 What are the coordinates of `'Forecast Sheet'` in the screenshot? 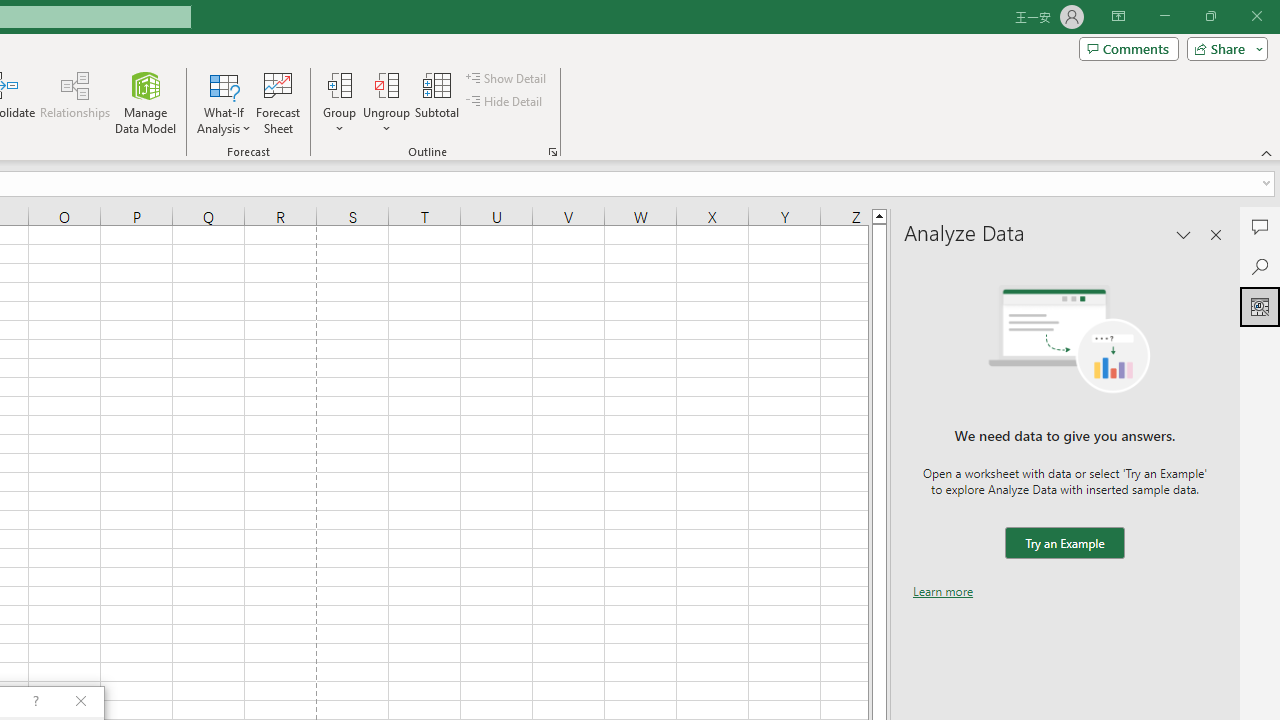 It's located at (277, 103).